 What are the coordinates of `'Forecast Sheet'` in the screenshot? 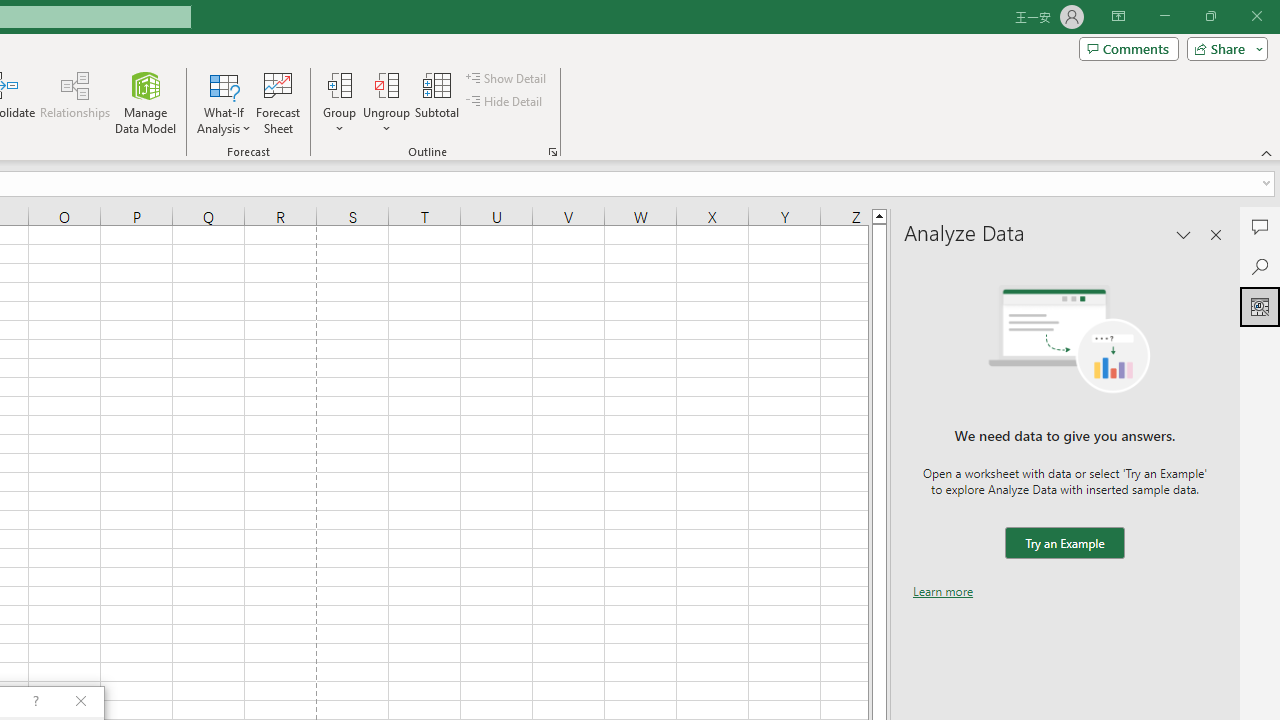 It's located at (277, 103).